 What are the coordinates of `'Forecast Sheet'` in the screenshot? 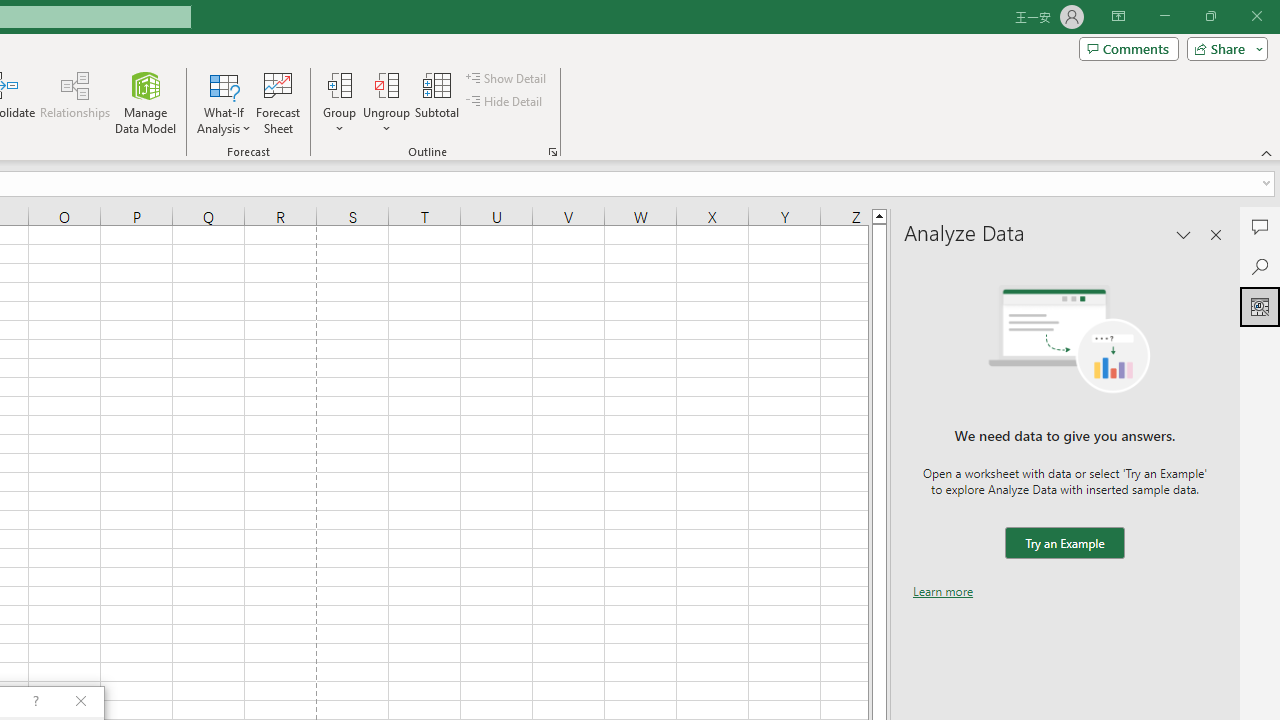 It's located at (277, 103).